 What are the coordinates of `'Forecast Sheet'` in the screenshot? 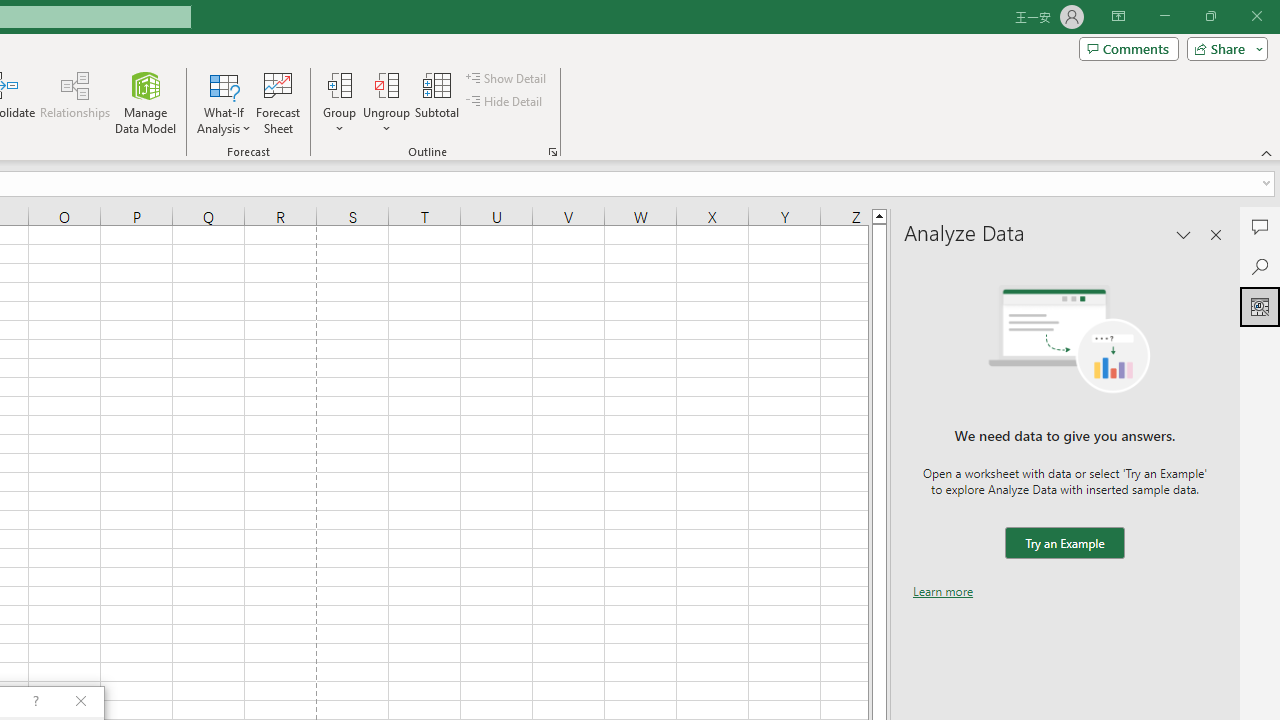 It's located at (277, 103).